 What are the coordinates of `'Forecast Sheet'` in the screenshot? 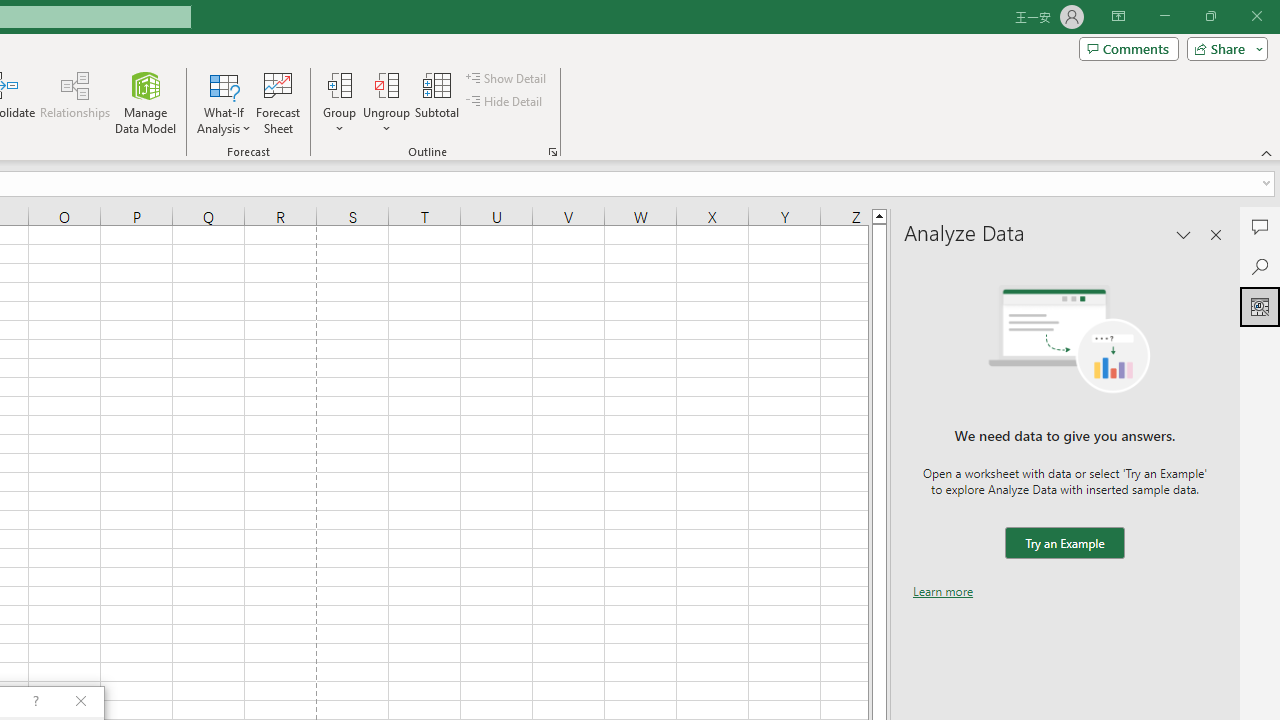 It's located at (277, 103).